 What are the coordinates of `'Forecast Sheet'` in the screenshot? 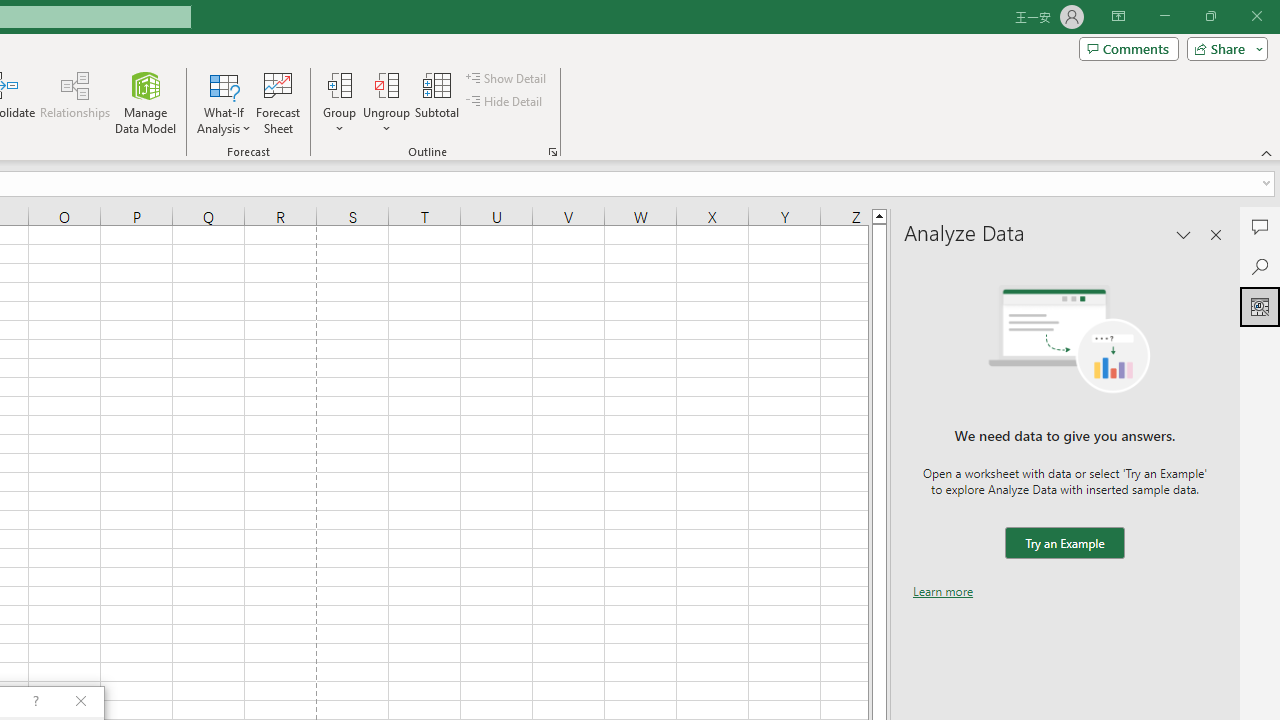 It's located at (277, 103).